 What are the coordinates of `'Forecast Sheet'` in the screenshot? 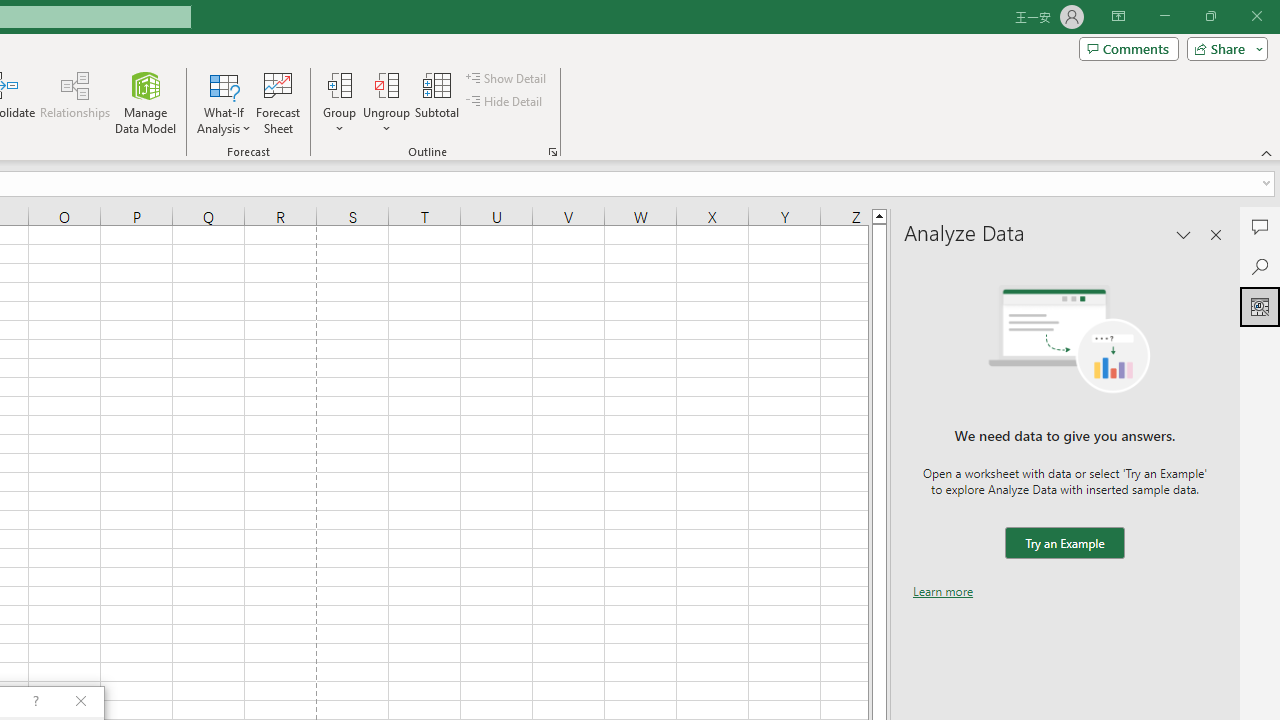 It's located at (277, 103).